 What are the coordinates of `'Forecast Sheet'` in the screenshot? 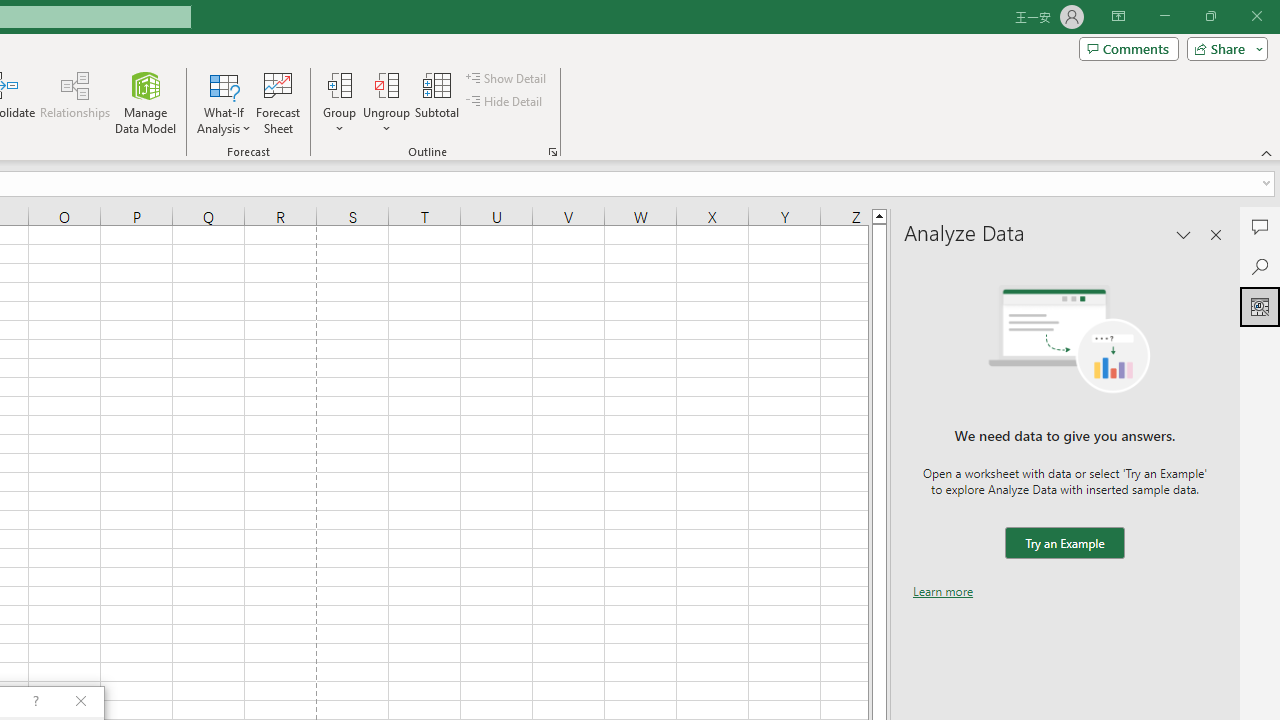 It's located at (277, 103).